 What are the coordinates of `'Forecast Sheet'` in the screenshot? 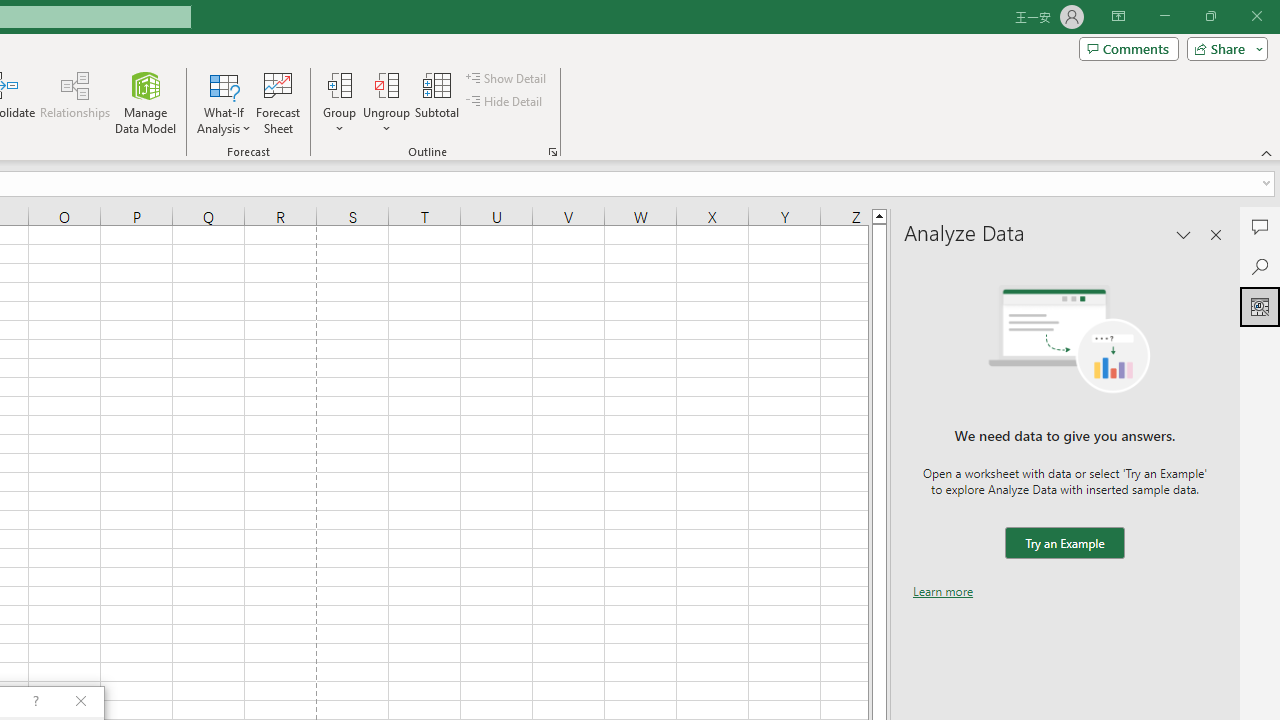 It's located at (277, 103).